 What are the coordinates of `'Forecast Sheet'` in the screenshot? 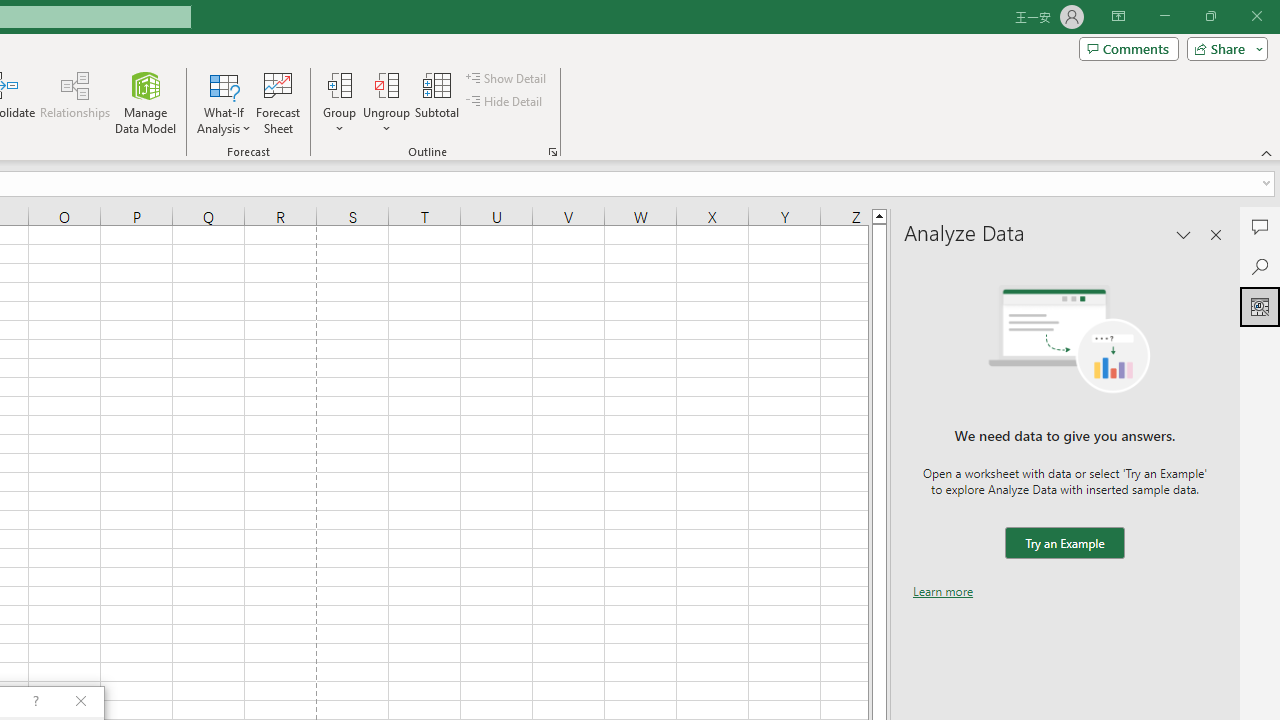 It's located at (277, 103).